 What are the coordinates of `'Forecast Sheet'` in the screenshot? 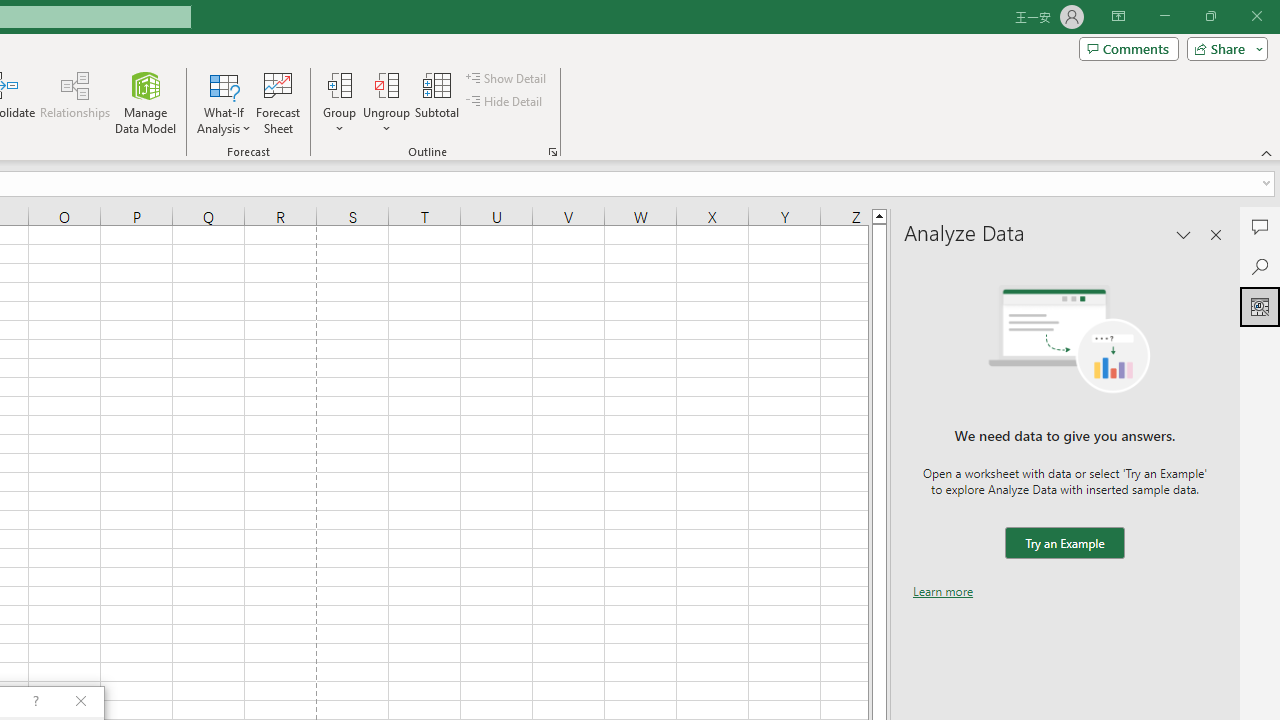 It's located at (277, 103).